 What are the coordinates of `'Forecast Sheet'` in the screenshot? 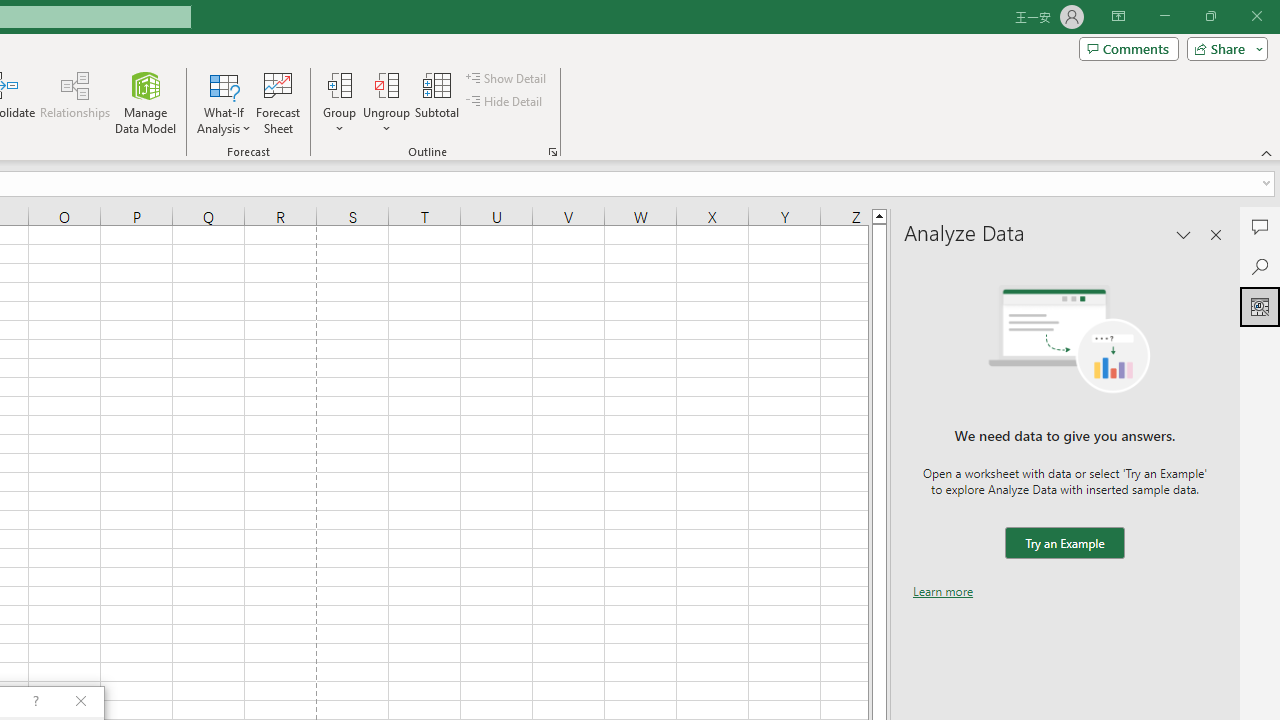 It's located at (277, 103).